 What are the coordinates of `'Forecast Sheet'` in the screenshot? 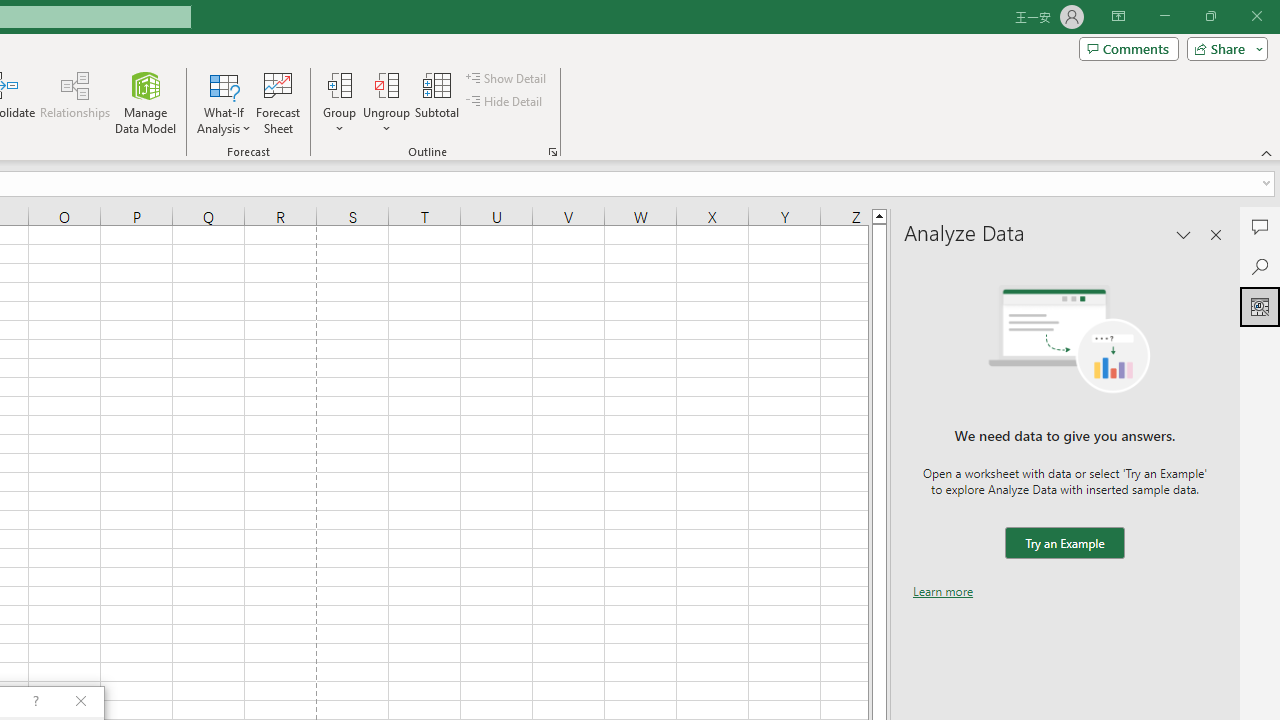 It's located at (277, 103).